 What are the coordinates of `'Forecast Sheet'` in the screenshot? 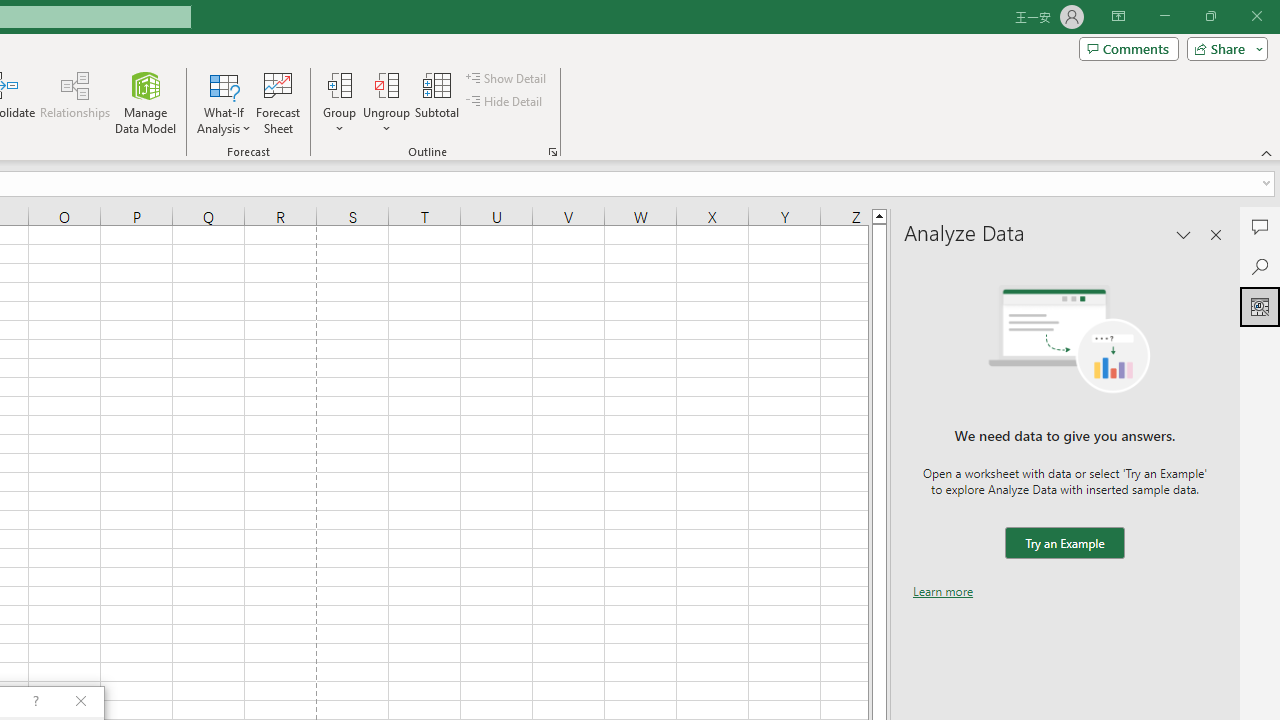 It's located at (277, 103).